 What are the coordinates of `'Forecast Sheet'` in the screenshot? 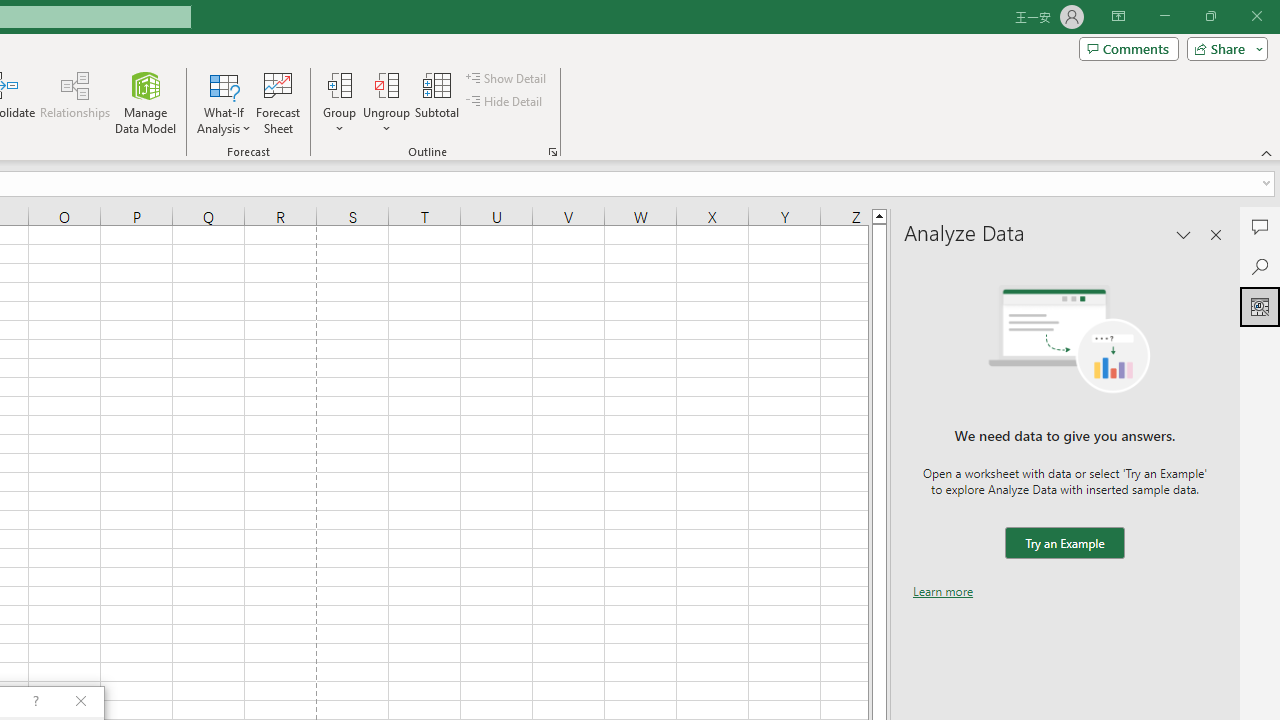 It's located at (277, 103).